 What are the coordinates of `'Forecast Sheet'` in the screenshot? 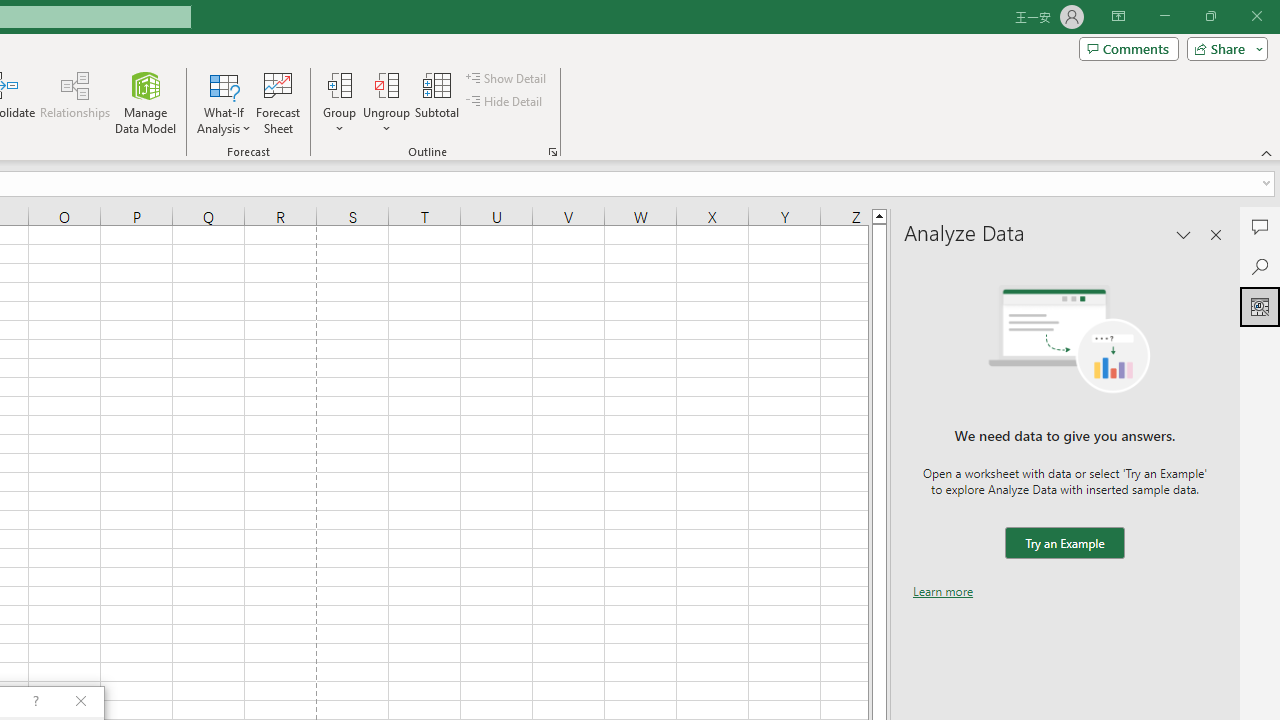 It's located at (277, 103).